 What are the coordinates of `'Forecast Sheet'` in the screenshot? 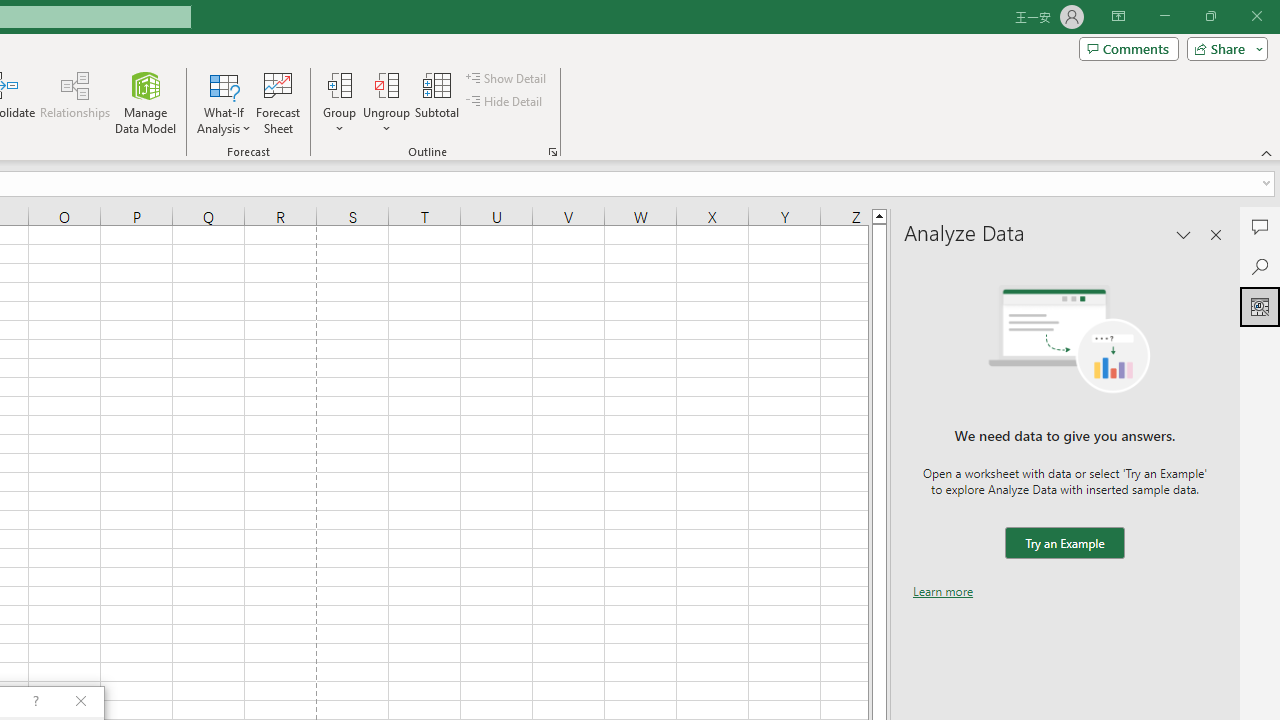 It's located at (277, 103).